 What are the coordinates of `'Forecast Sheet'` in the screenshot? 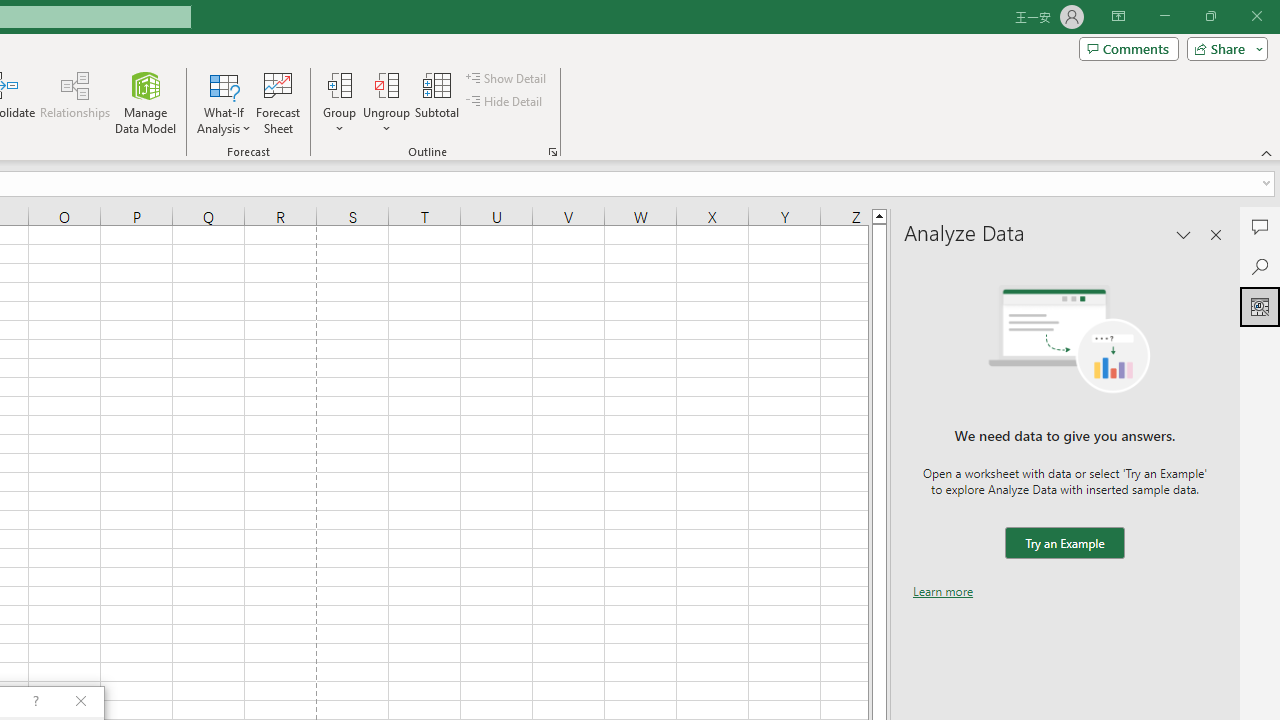 It's located at (277, 103).